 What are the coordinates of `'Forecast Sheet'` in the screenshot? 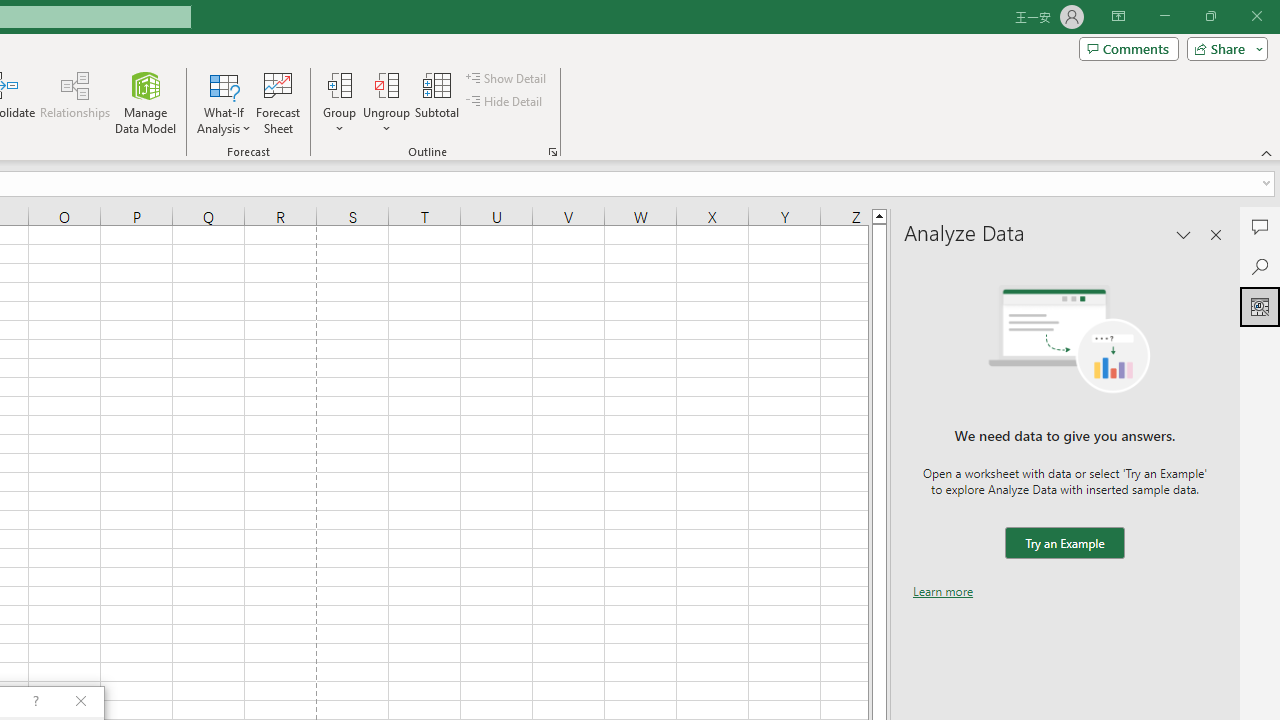 It's located at (277, 103).